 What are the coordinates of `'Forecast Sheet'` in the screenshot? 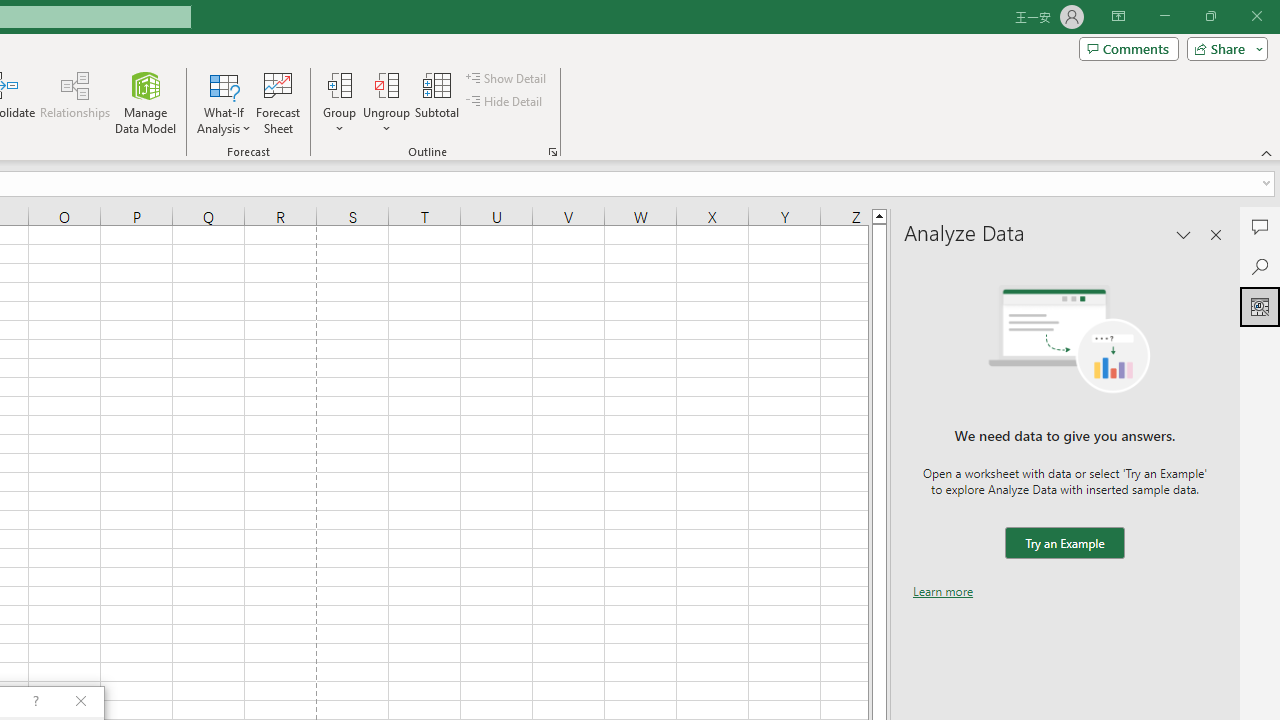 It's located at (277, 103).